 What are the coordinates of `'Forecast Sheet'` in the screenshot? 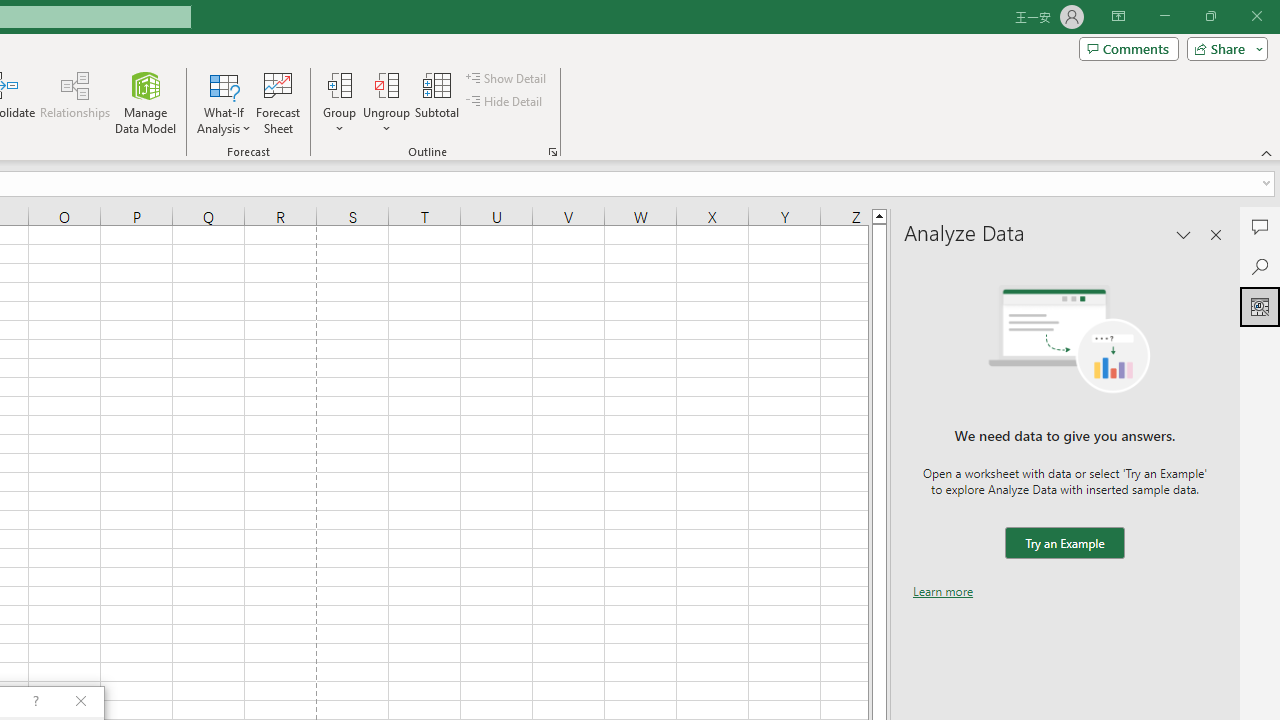 It's located at (277, 103).